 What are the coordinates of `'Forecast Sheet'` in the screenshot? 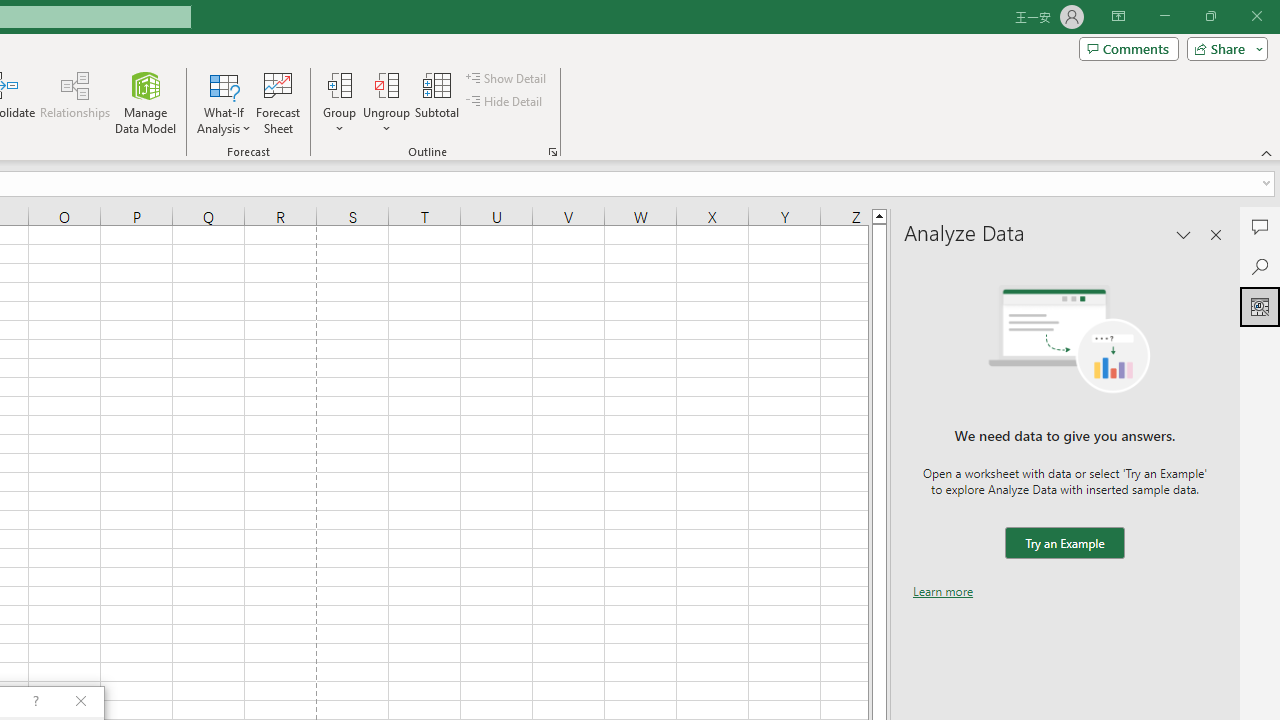 It's located at (277, 103).